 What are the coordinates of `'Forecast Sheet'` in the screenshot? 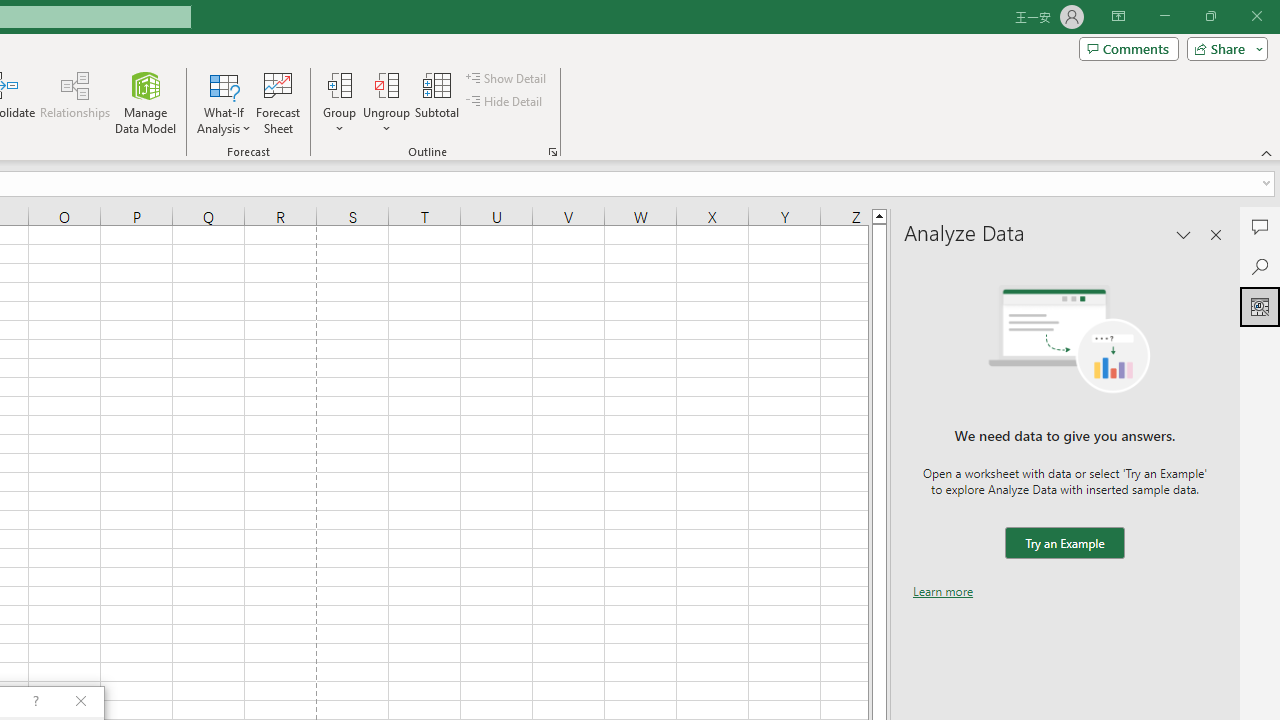 It's located at (277, 103).